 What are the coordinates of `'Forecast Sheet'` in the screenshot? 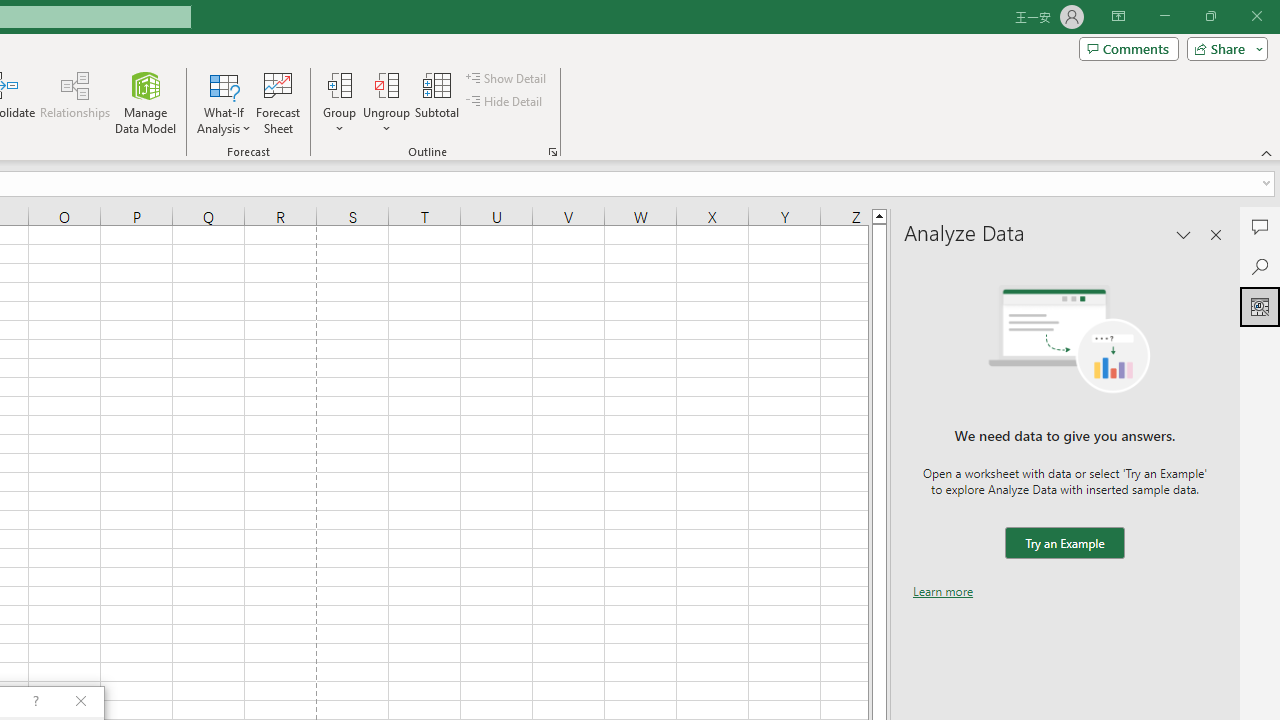 It's located at (277, 103).